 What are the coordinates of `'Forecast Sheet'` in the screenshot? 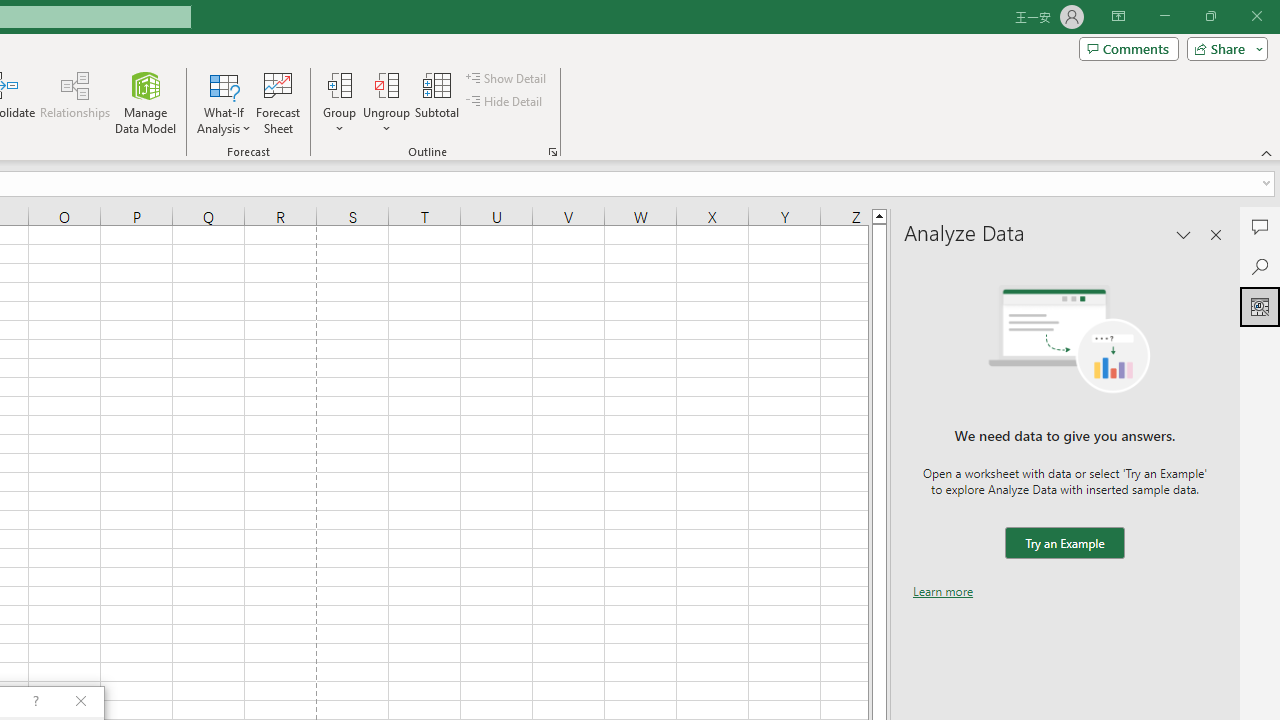 It's located at (277, 103).